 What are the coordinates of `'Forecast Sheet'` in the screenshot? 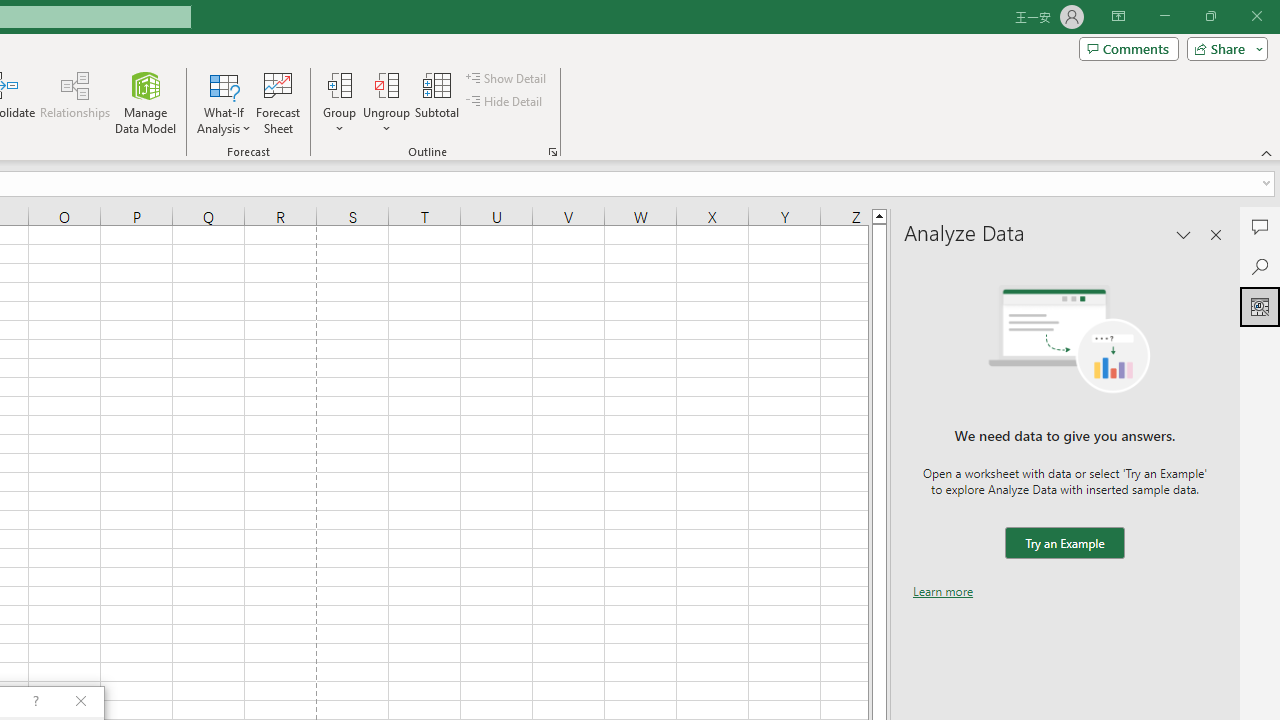 It's located at (277, 103).